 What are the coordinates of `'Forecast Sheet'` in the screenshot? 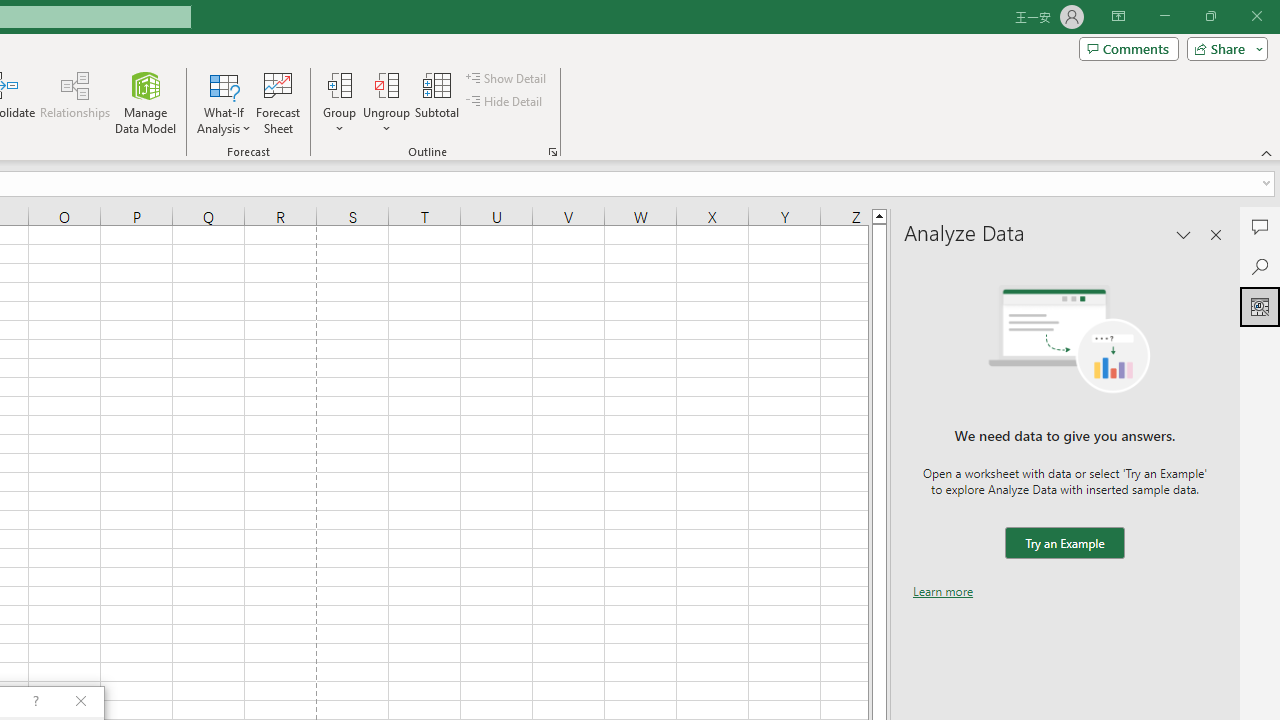 It's located at (277, 103).